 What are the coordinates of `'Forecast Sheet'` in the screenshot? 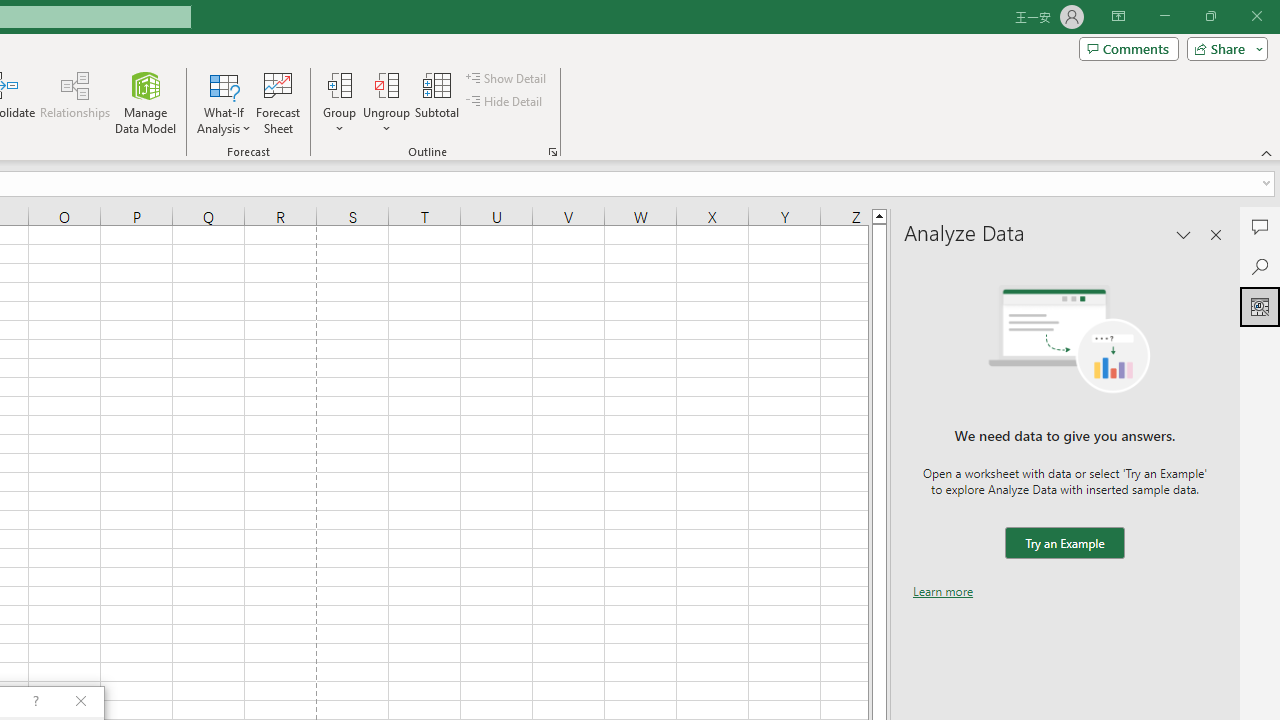 It's located at (277, 103).